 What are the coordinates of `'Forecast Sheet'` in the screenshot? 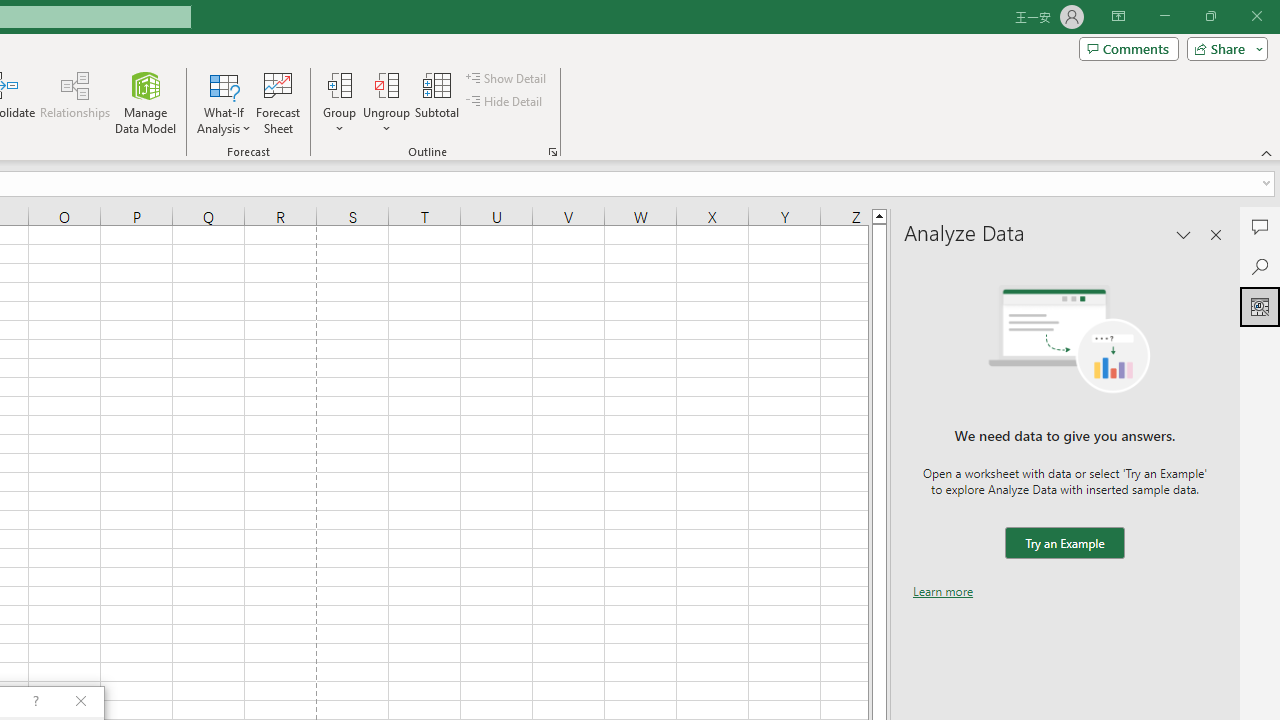 It's located at (277, 103).